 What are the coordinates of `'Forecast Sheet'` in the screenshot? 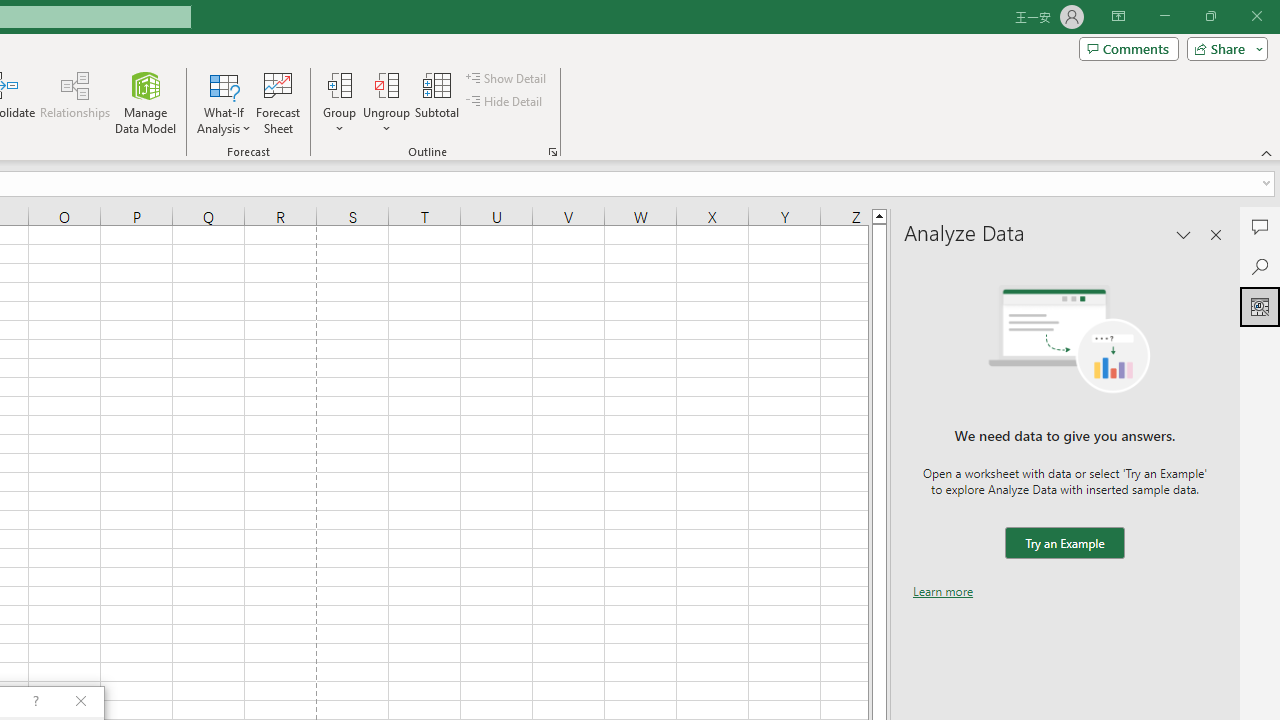 It's located at (277, 103).